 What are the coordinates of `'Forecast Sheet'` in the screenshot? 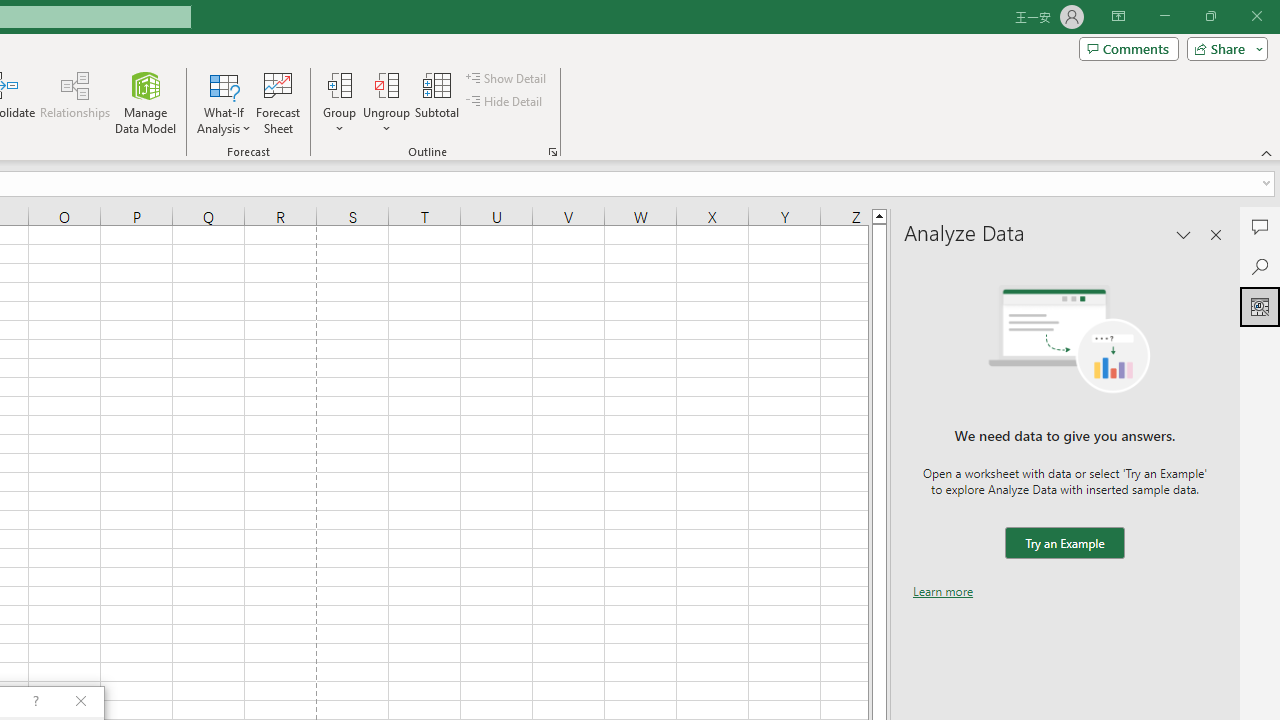 It's located at (277, 103).